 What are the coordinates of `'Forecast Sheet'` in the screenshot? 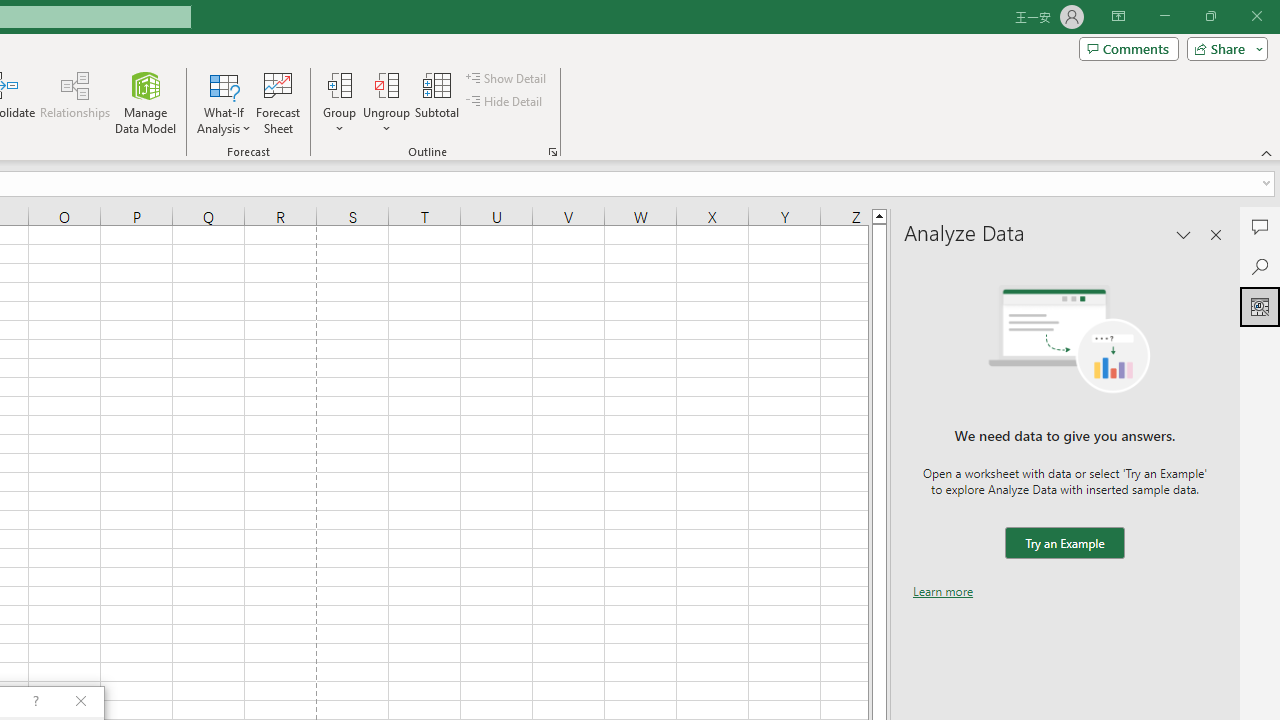 It's located at (277, 103).